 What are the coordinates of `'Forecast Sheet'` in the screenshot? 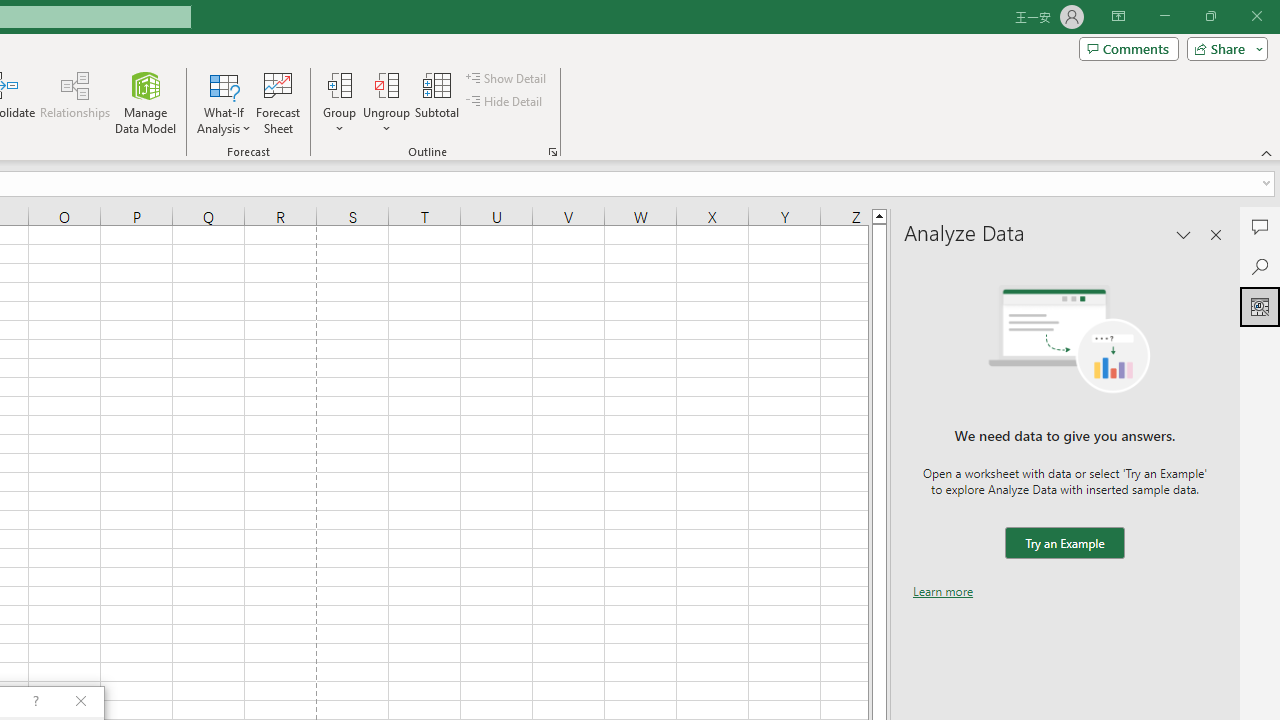 It's located at (277, 103).